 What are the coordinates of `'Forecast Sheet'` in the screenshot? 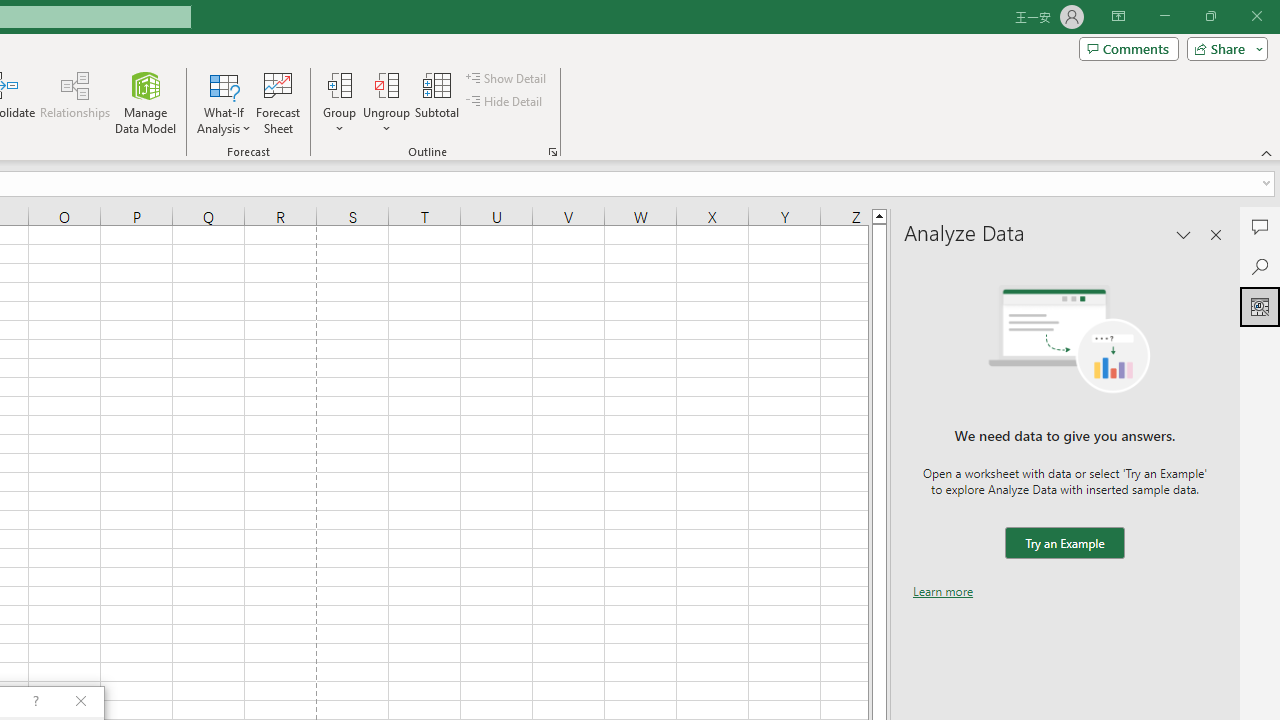 It's located at (277, 103).